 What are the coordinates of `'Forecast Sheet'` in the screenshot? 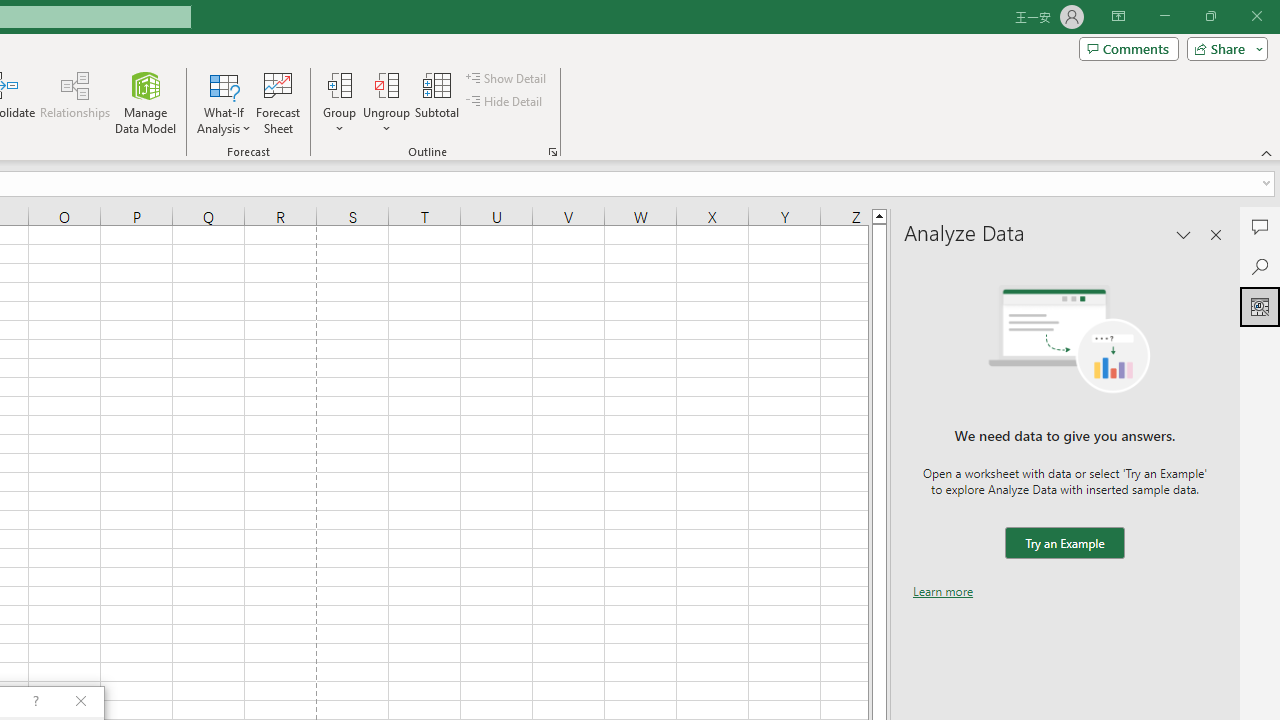 It's located at (277, 103).